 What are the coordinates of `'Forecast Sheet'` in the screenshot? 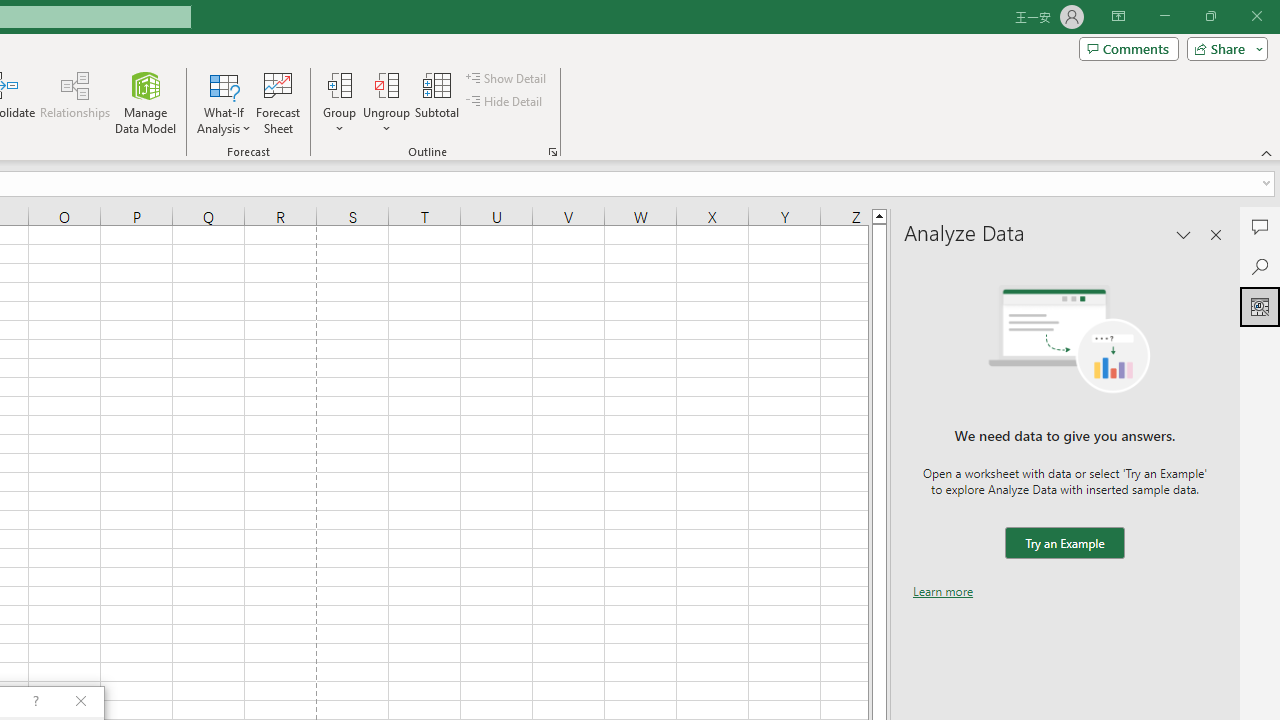 It's located at (277, 103).